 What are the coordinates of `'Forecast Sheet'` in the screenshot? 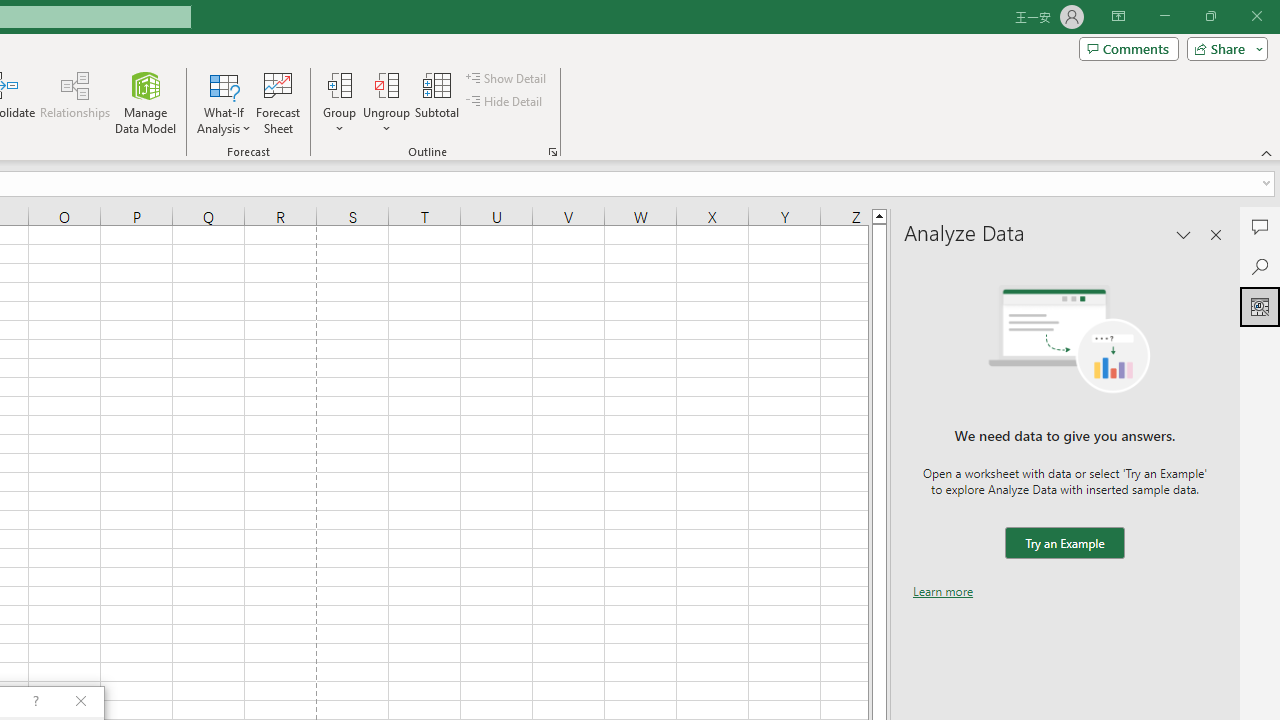 It's located at (277, 103).